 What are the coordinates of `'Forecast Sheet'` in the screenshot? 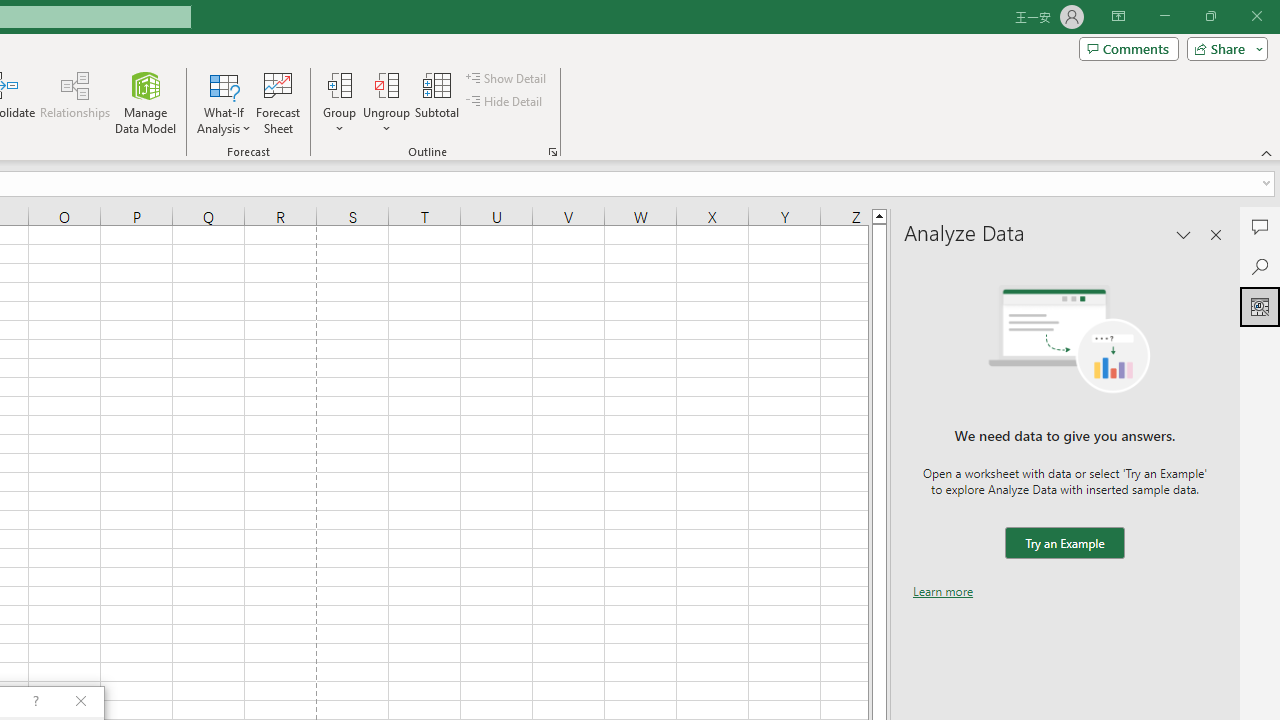 It's located at (277, 103).